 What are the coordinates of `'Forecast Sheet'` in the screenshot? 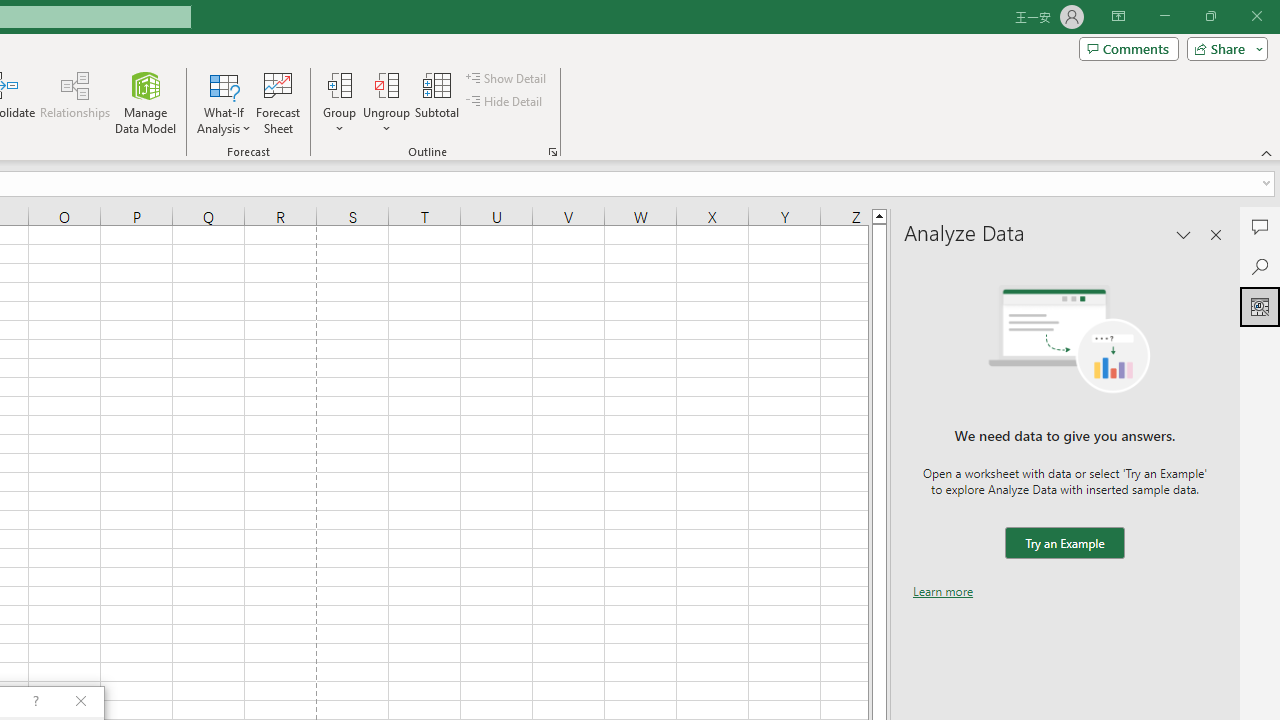 It's located at (277, 103).